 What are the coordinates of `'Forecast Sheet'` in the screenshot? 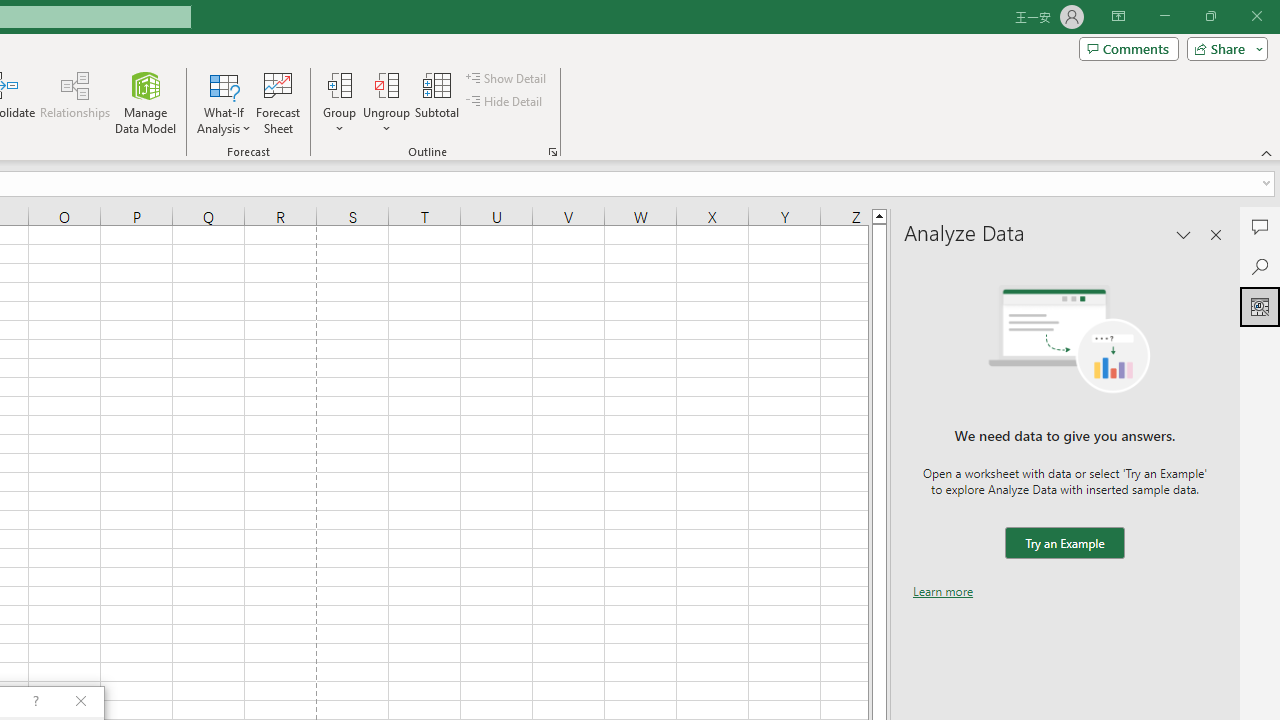 It's located at (277, 103).